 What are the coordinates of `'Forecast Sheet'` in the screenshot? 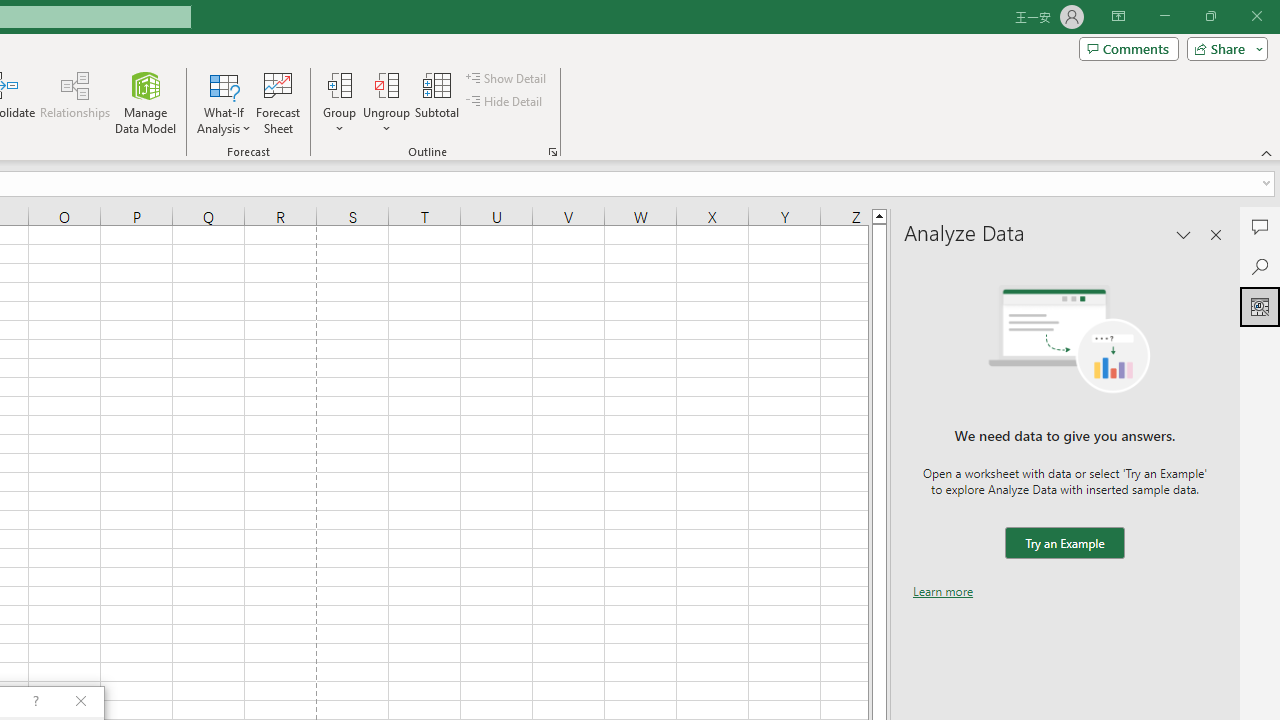 It's located at (277, 103).